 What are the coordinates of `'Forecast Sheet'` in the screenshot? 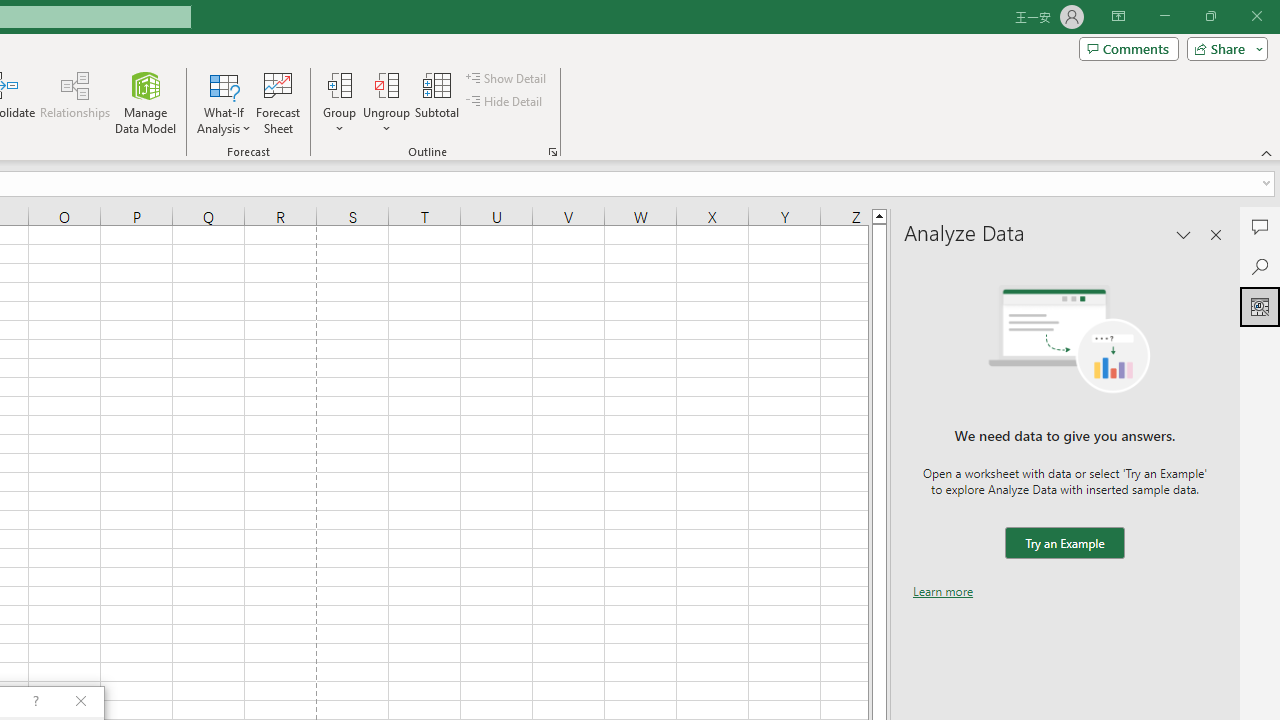 It's located at (277, 103).